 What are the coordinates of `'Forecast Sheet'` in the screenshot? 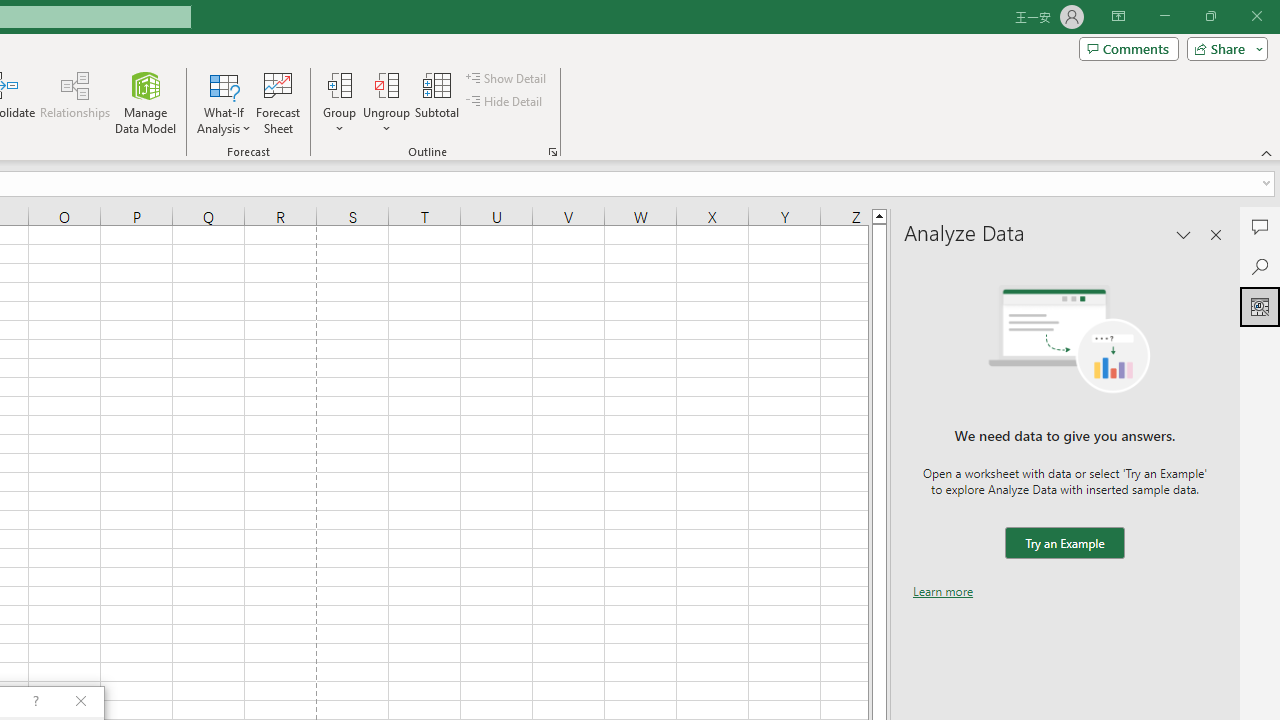 It's located at (277, 103).